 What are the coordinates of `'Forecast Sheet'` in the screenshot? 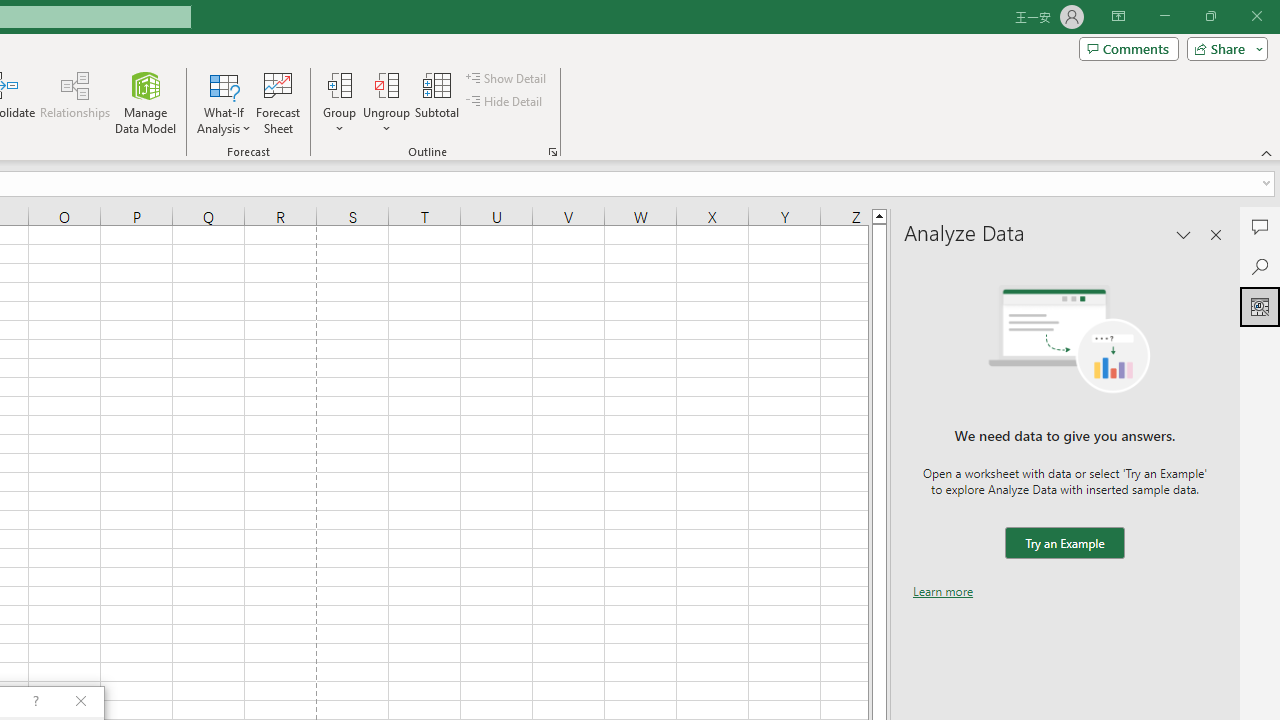 It's located at (277, 103).